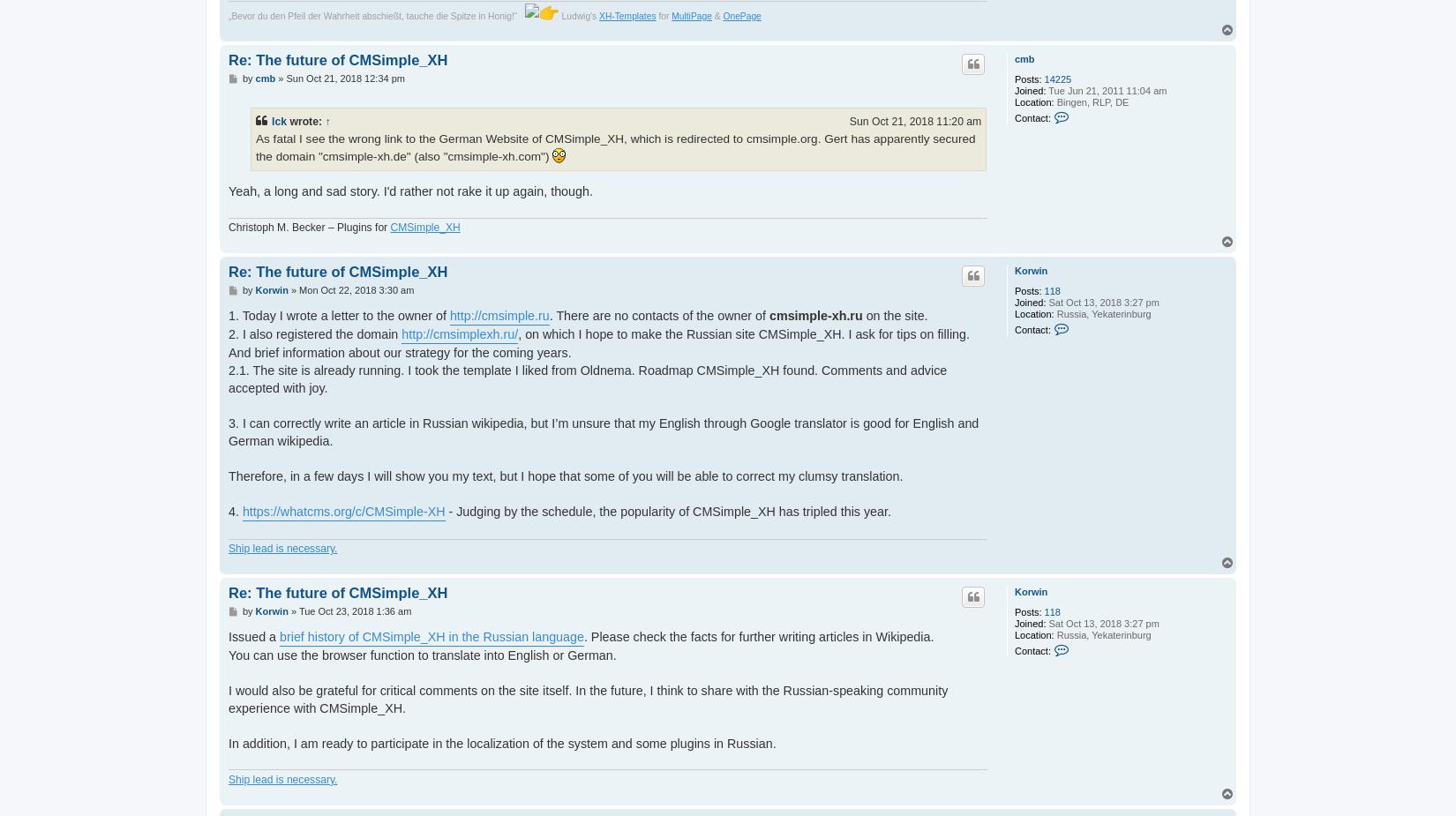 The image size is (1456, 816). What do you see at coordinates (424, 225) in the screenshot?
I see `'CMSimple_XH'` at bounding box center [424, 225].